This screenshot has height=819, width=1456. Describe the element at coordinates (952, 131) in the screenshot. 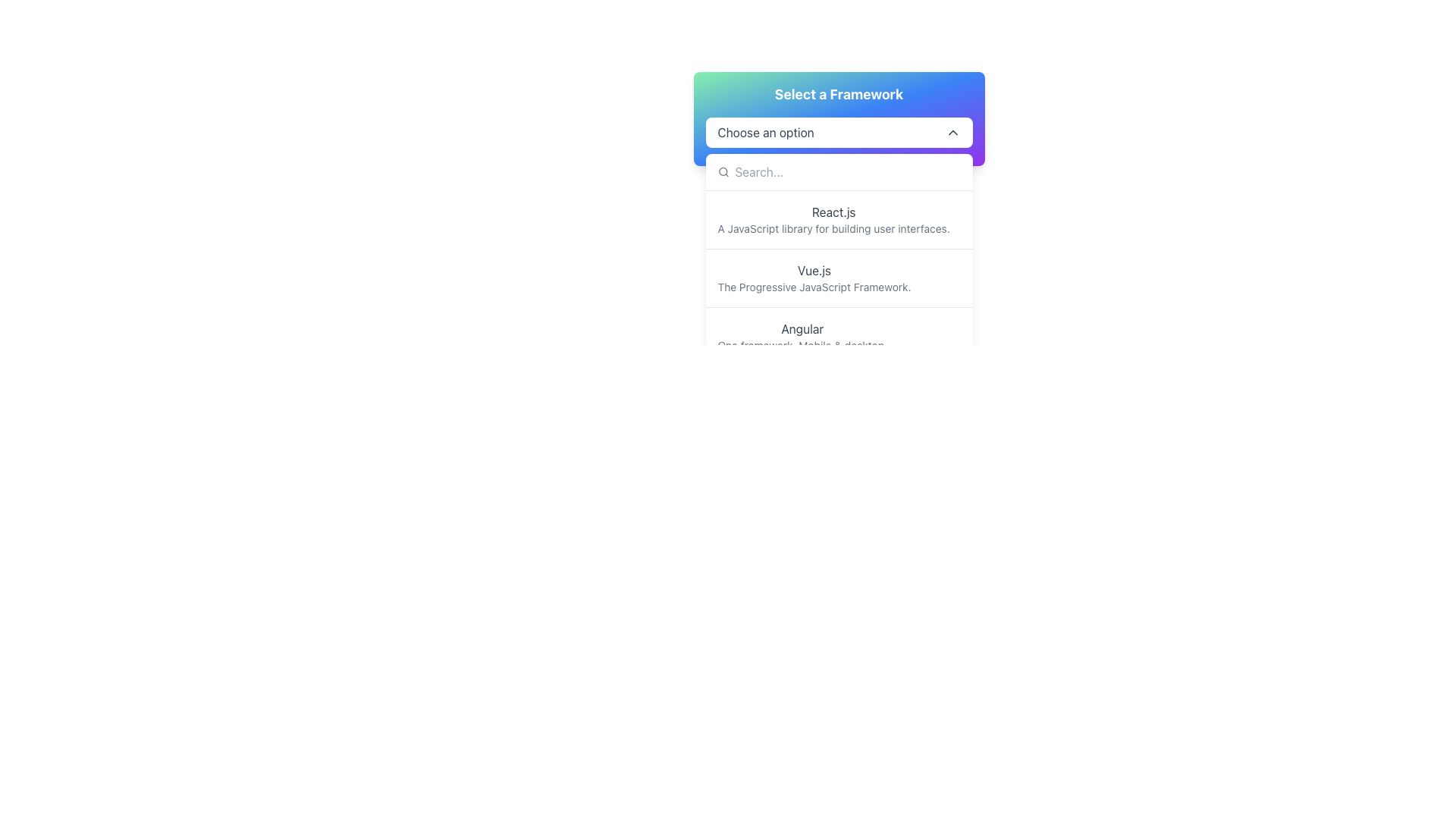

I see `the downward-facing chevron icon` at that location.